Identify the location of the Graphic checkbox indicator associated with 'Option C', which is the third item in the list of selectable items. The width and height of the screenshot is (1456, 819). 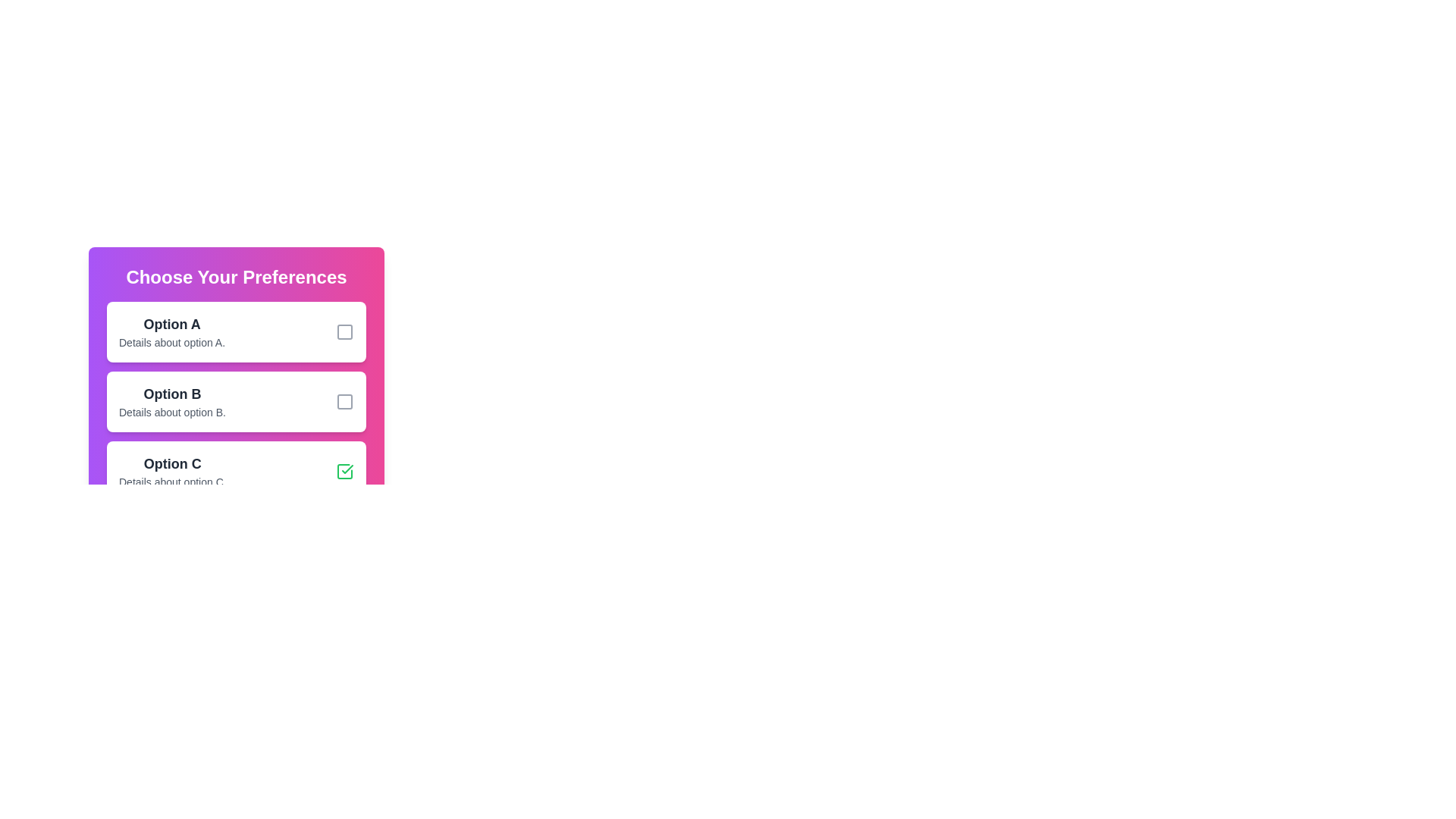
(344, 470).